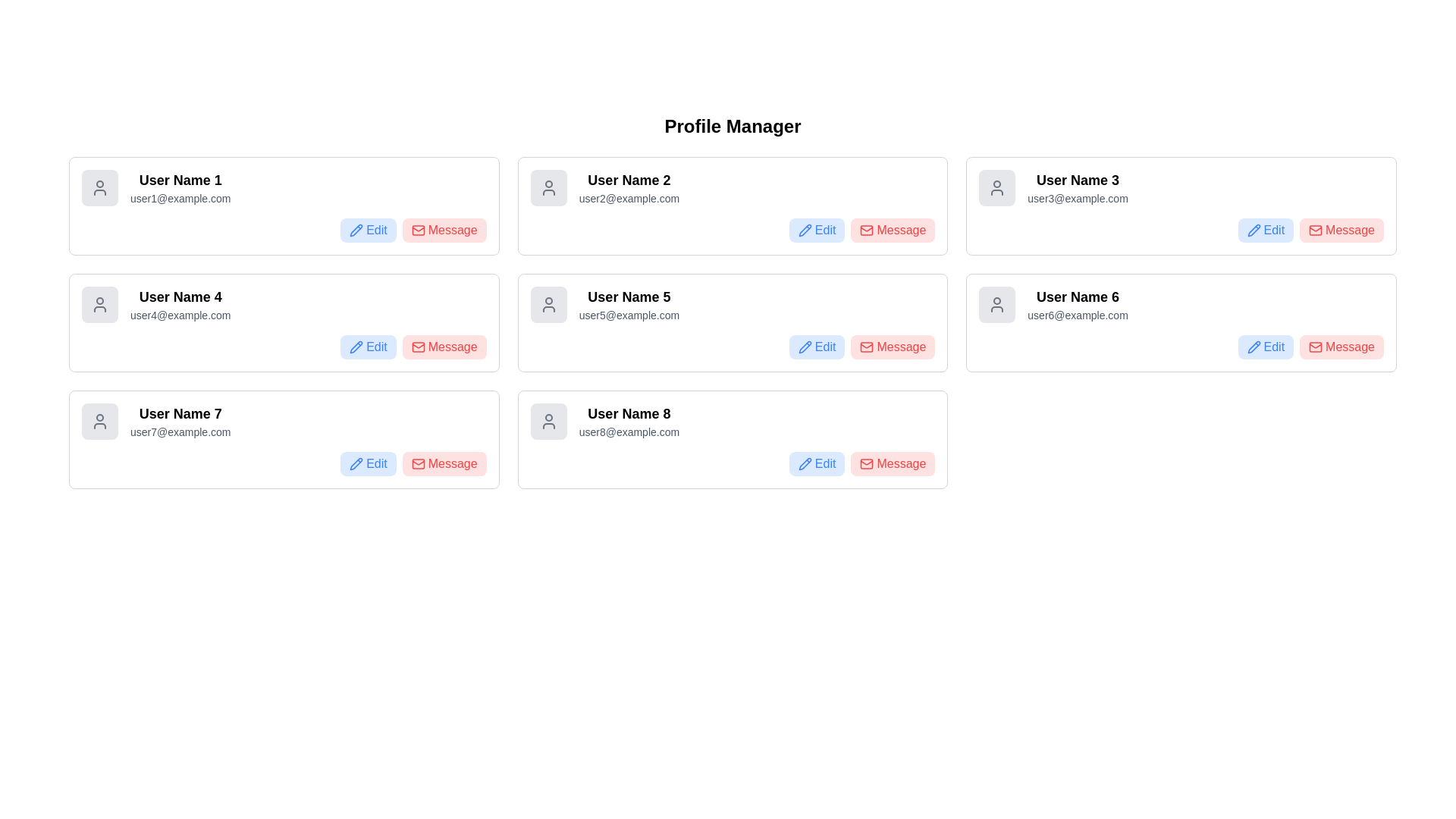 Image resolution: width=1456 pixels, height=819 pixels. What do you see at coordinates (867, 231) in the screenshot?
I see `message icon representing email or text messaging functionality, located in the second card, first row, second column of User Name 2's section in the Profile Manager interface` at bounding box center [867, 231].